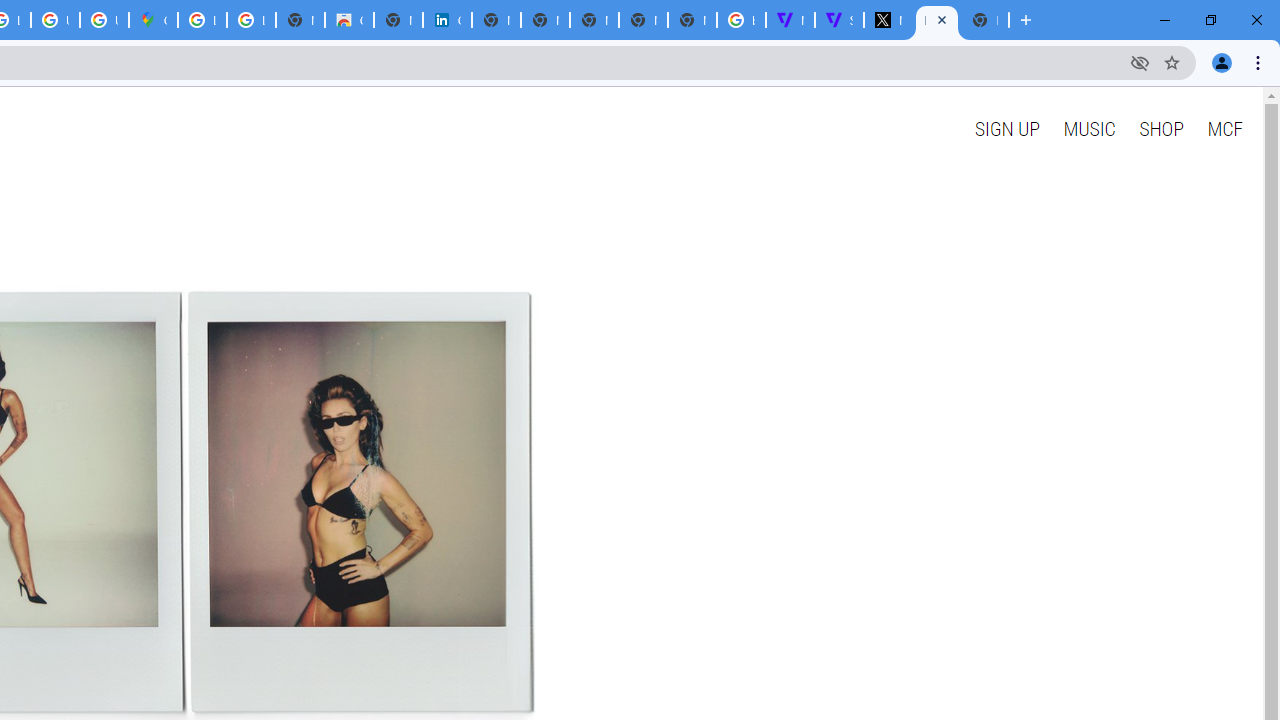 This screenshot has width=1280, height=720. I want to click on 'SHOP', so click(1161, 128).